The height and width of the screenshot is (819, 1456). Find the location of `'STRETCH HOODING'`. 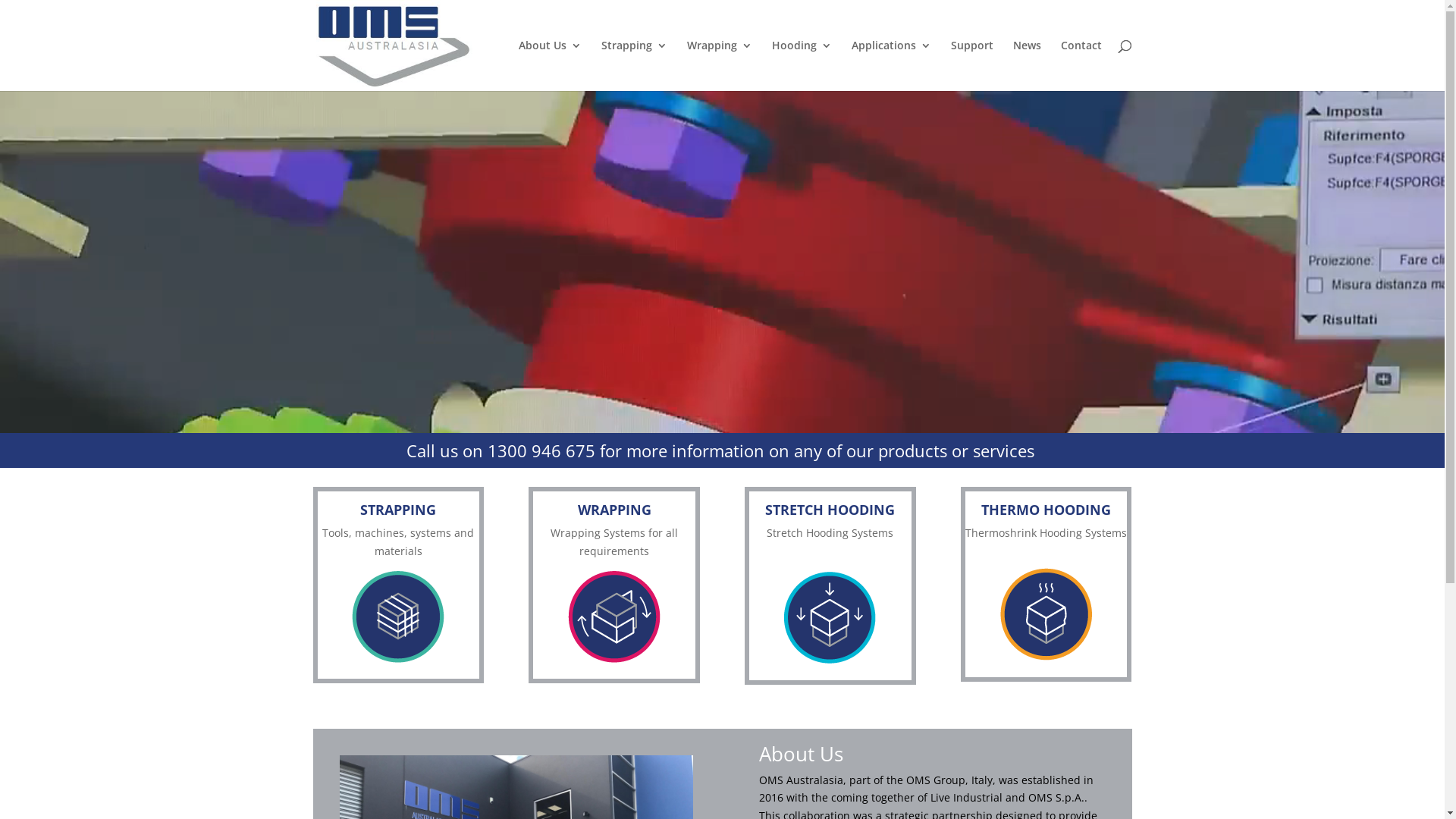

'STRETCH HOODING' is located at coordinates (829, 509).